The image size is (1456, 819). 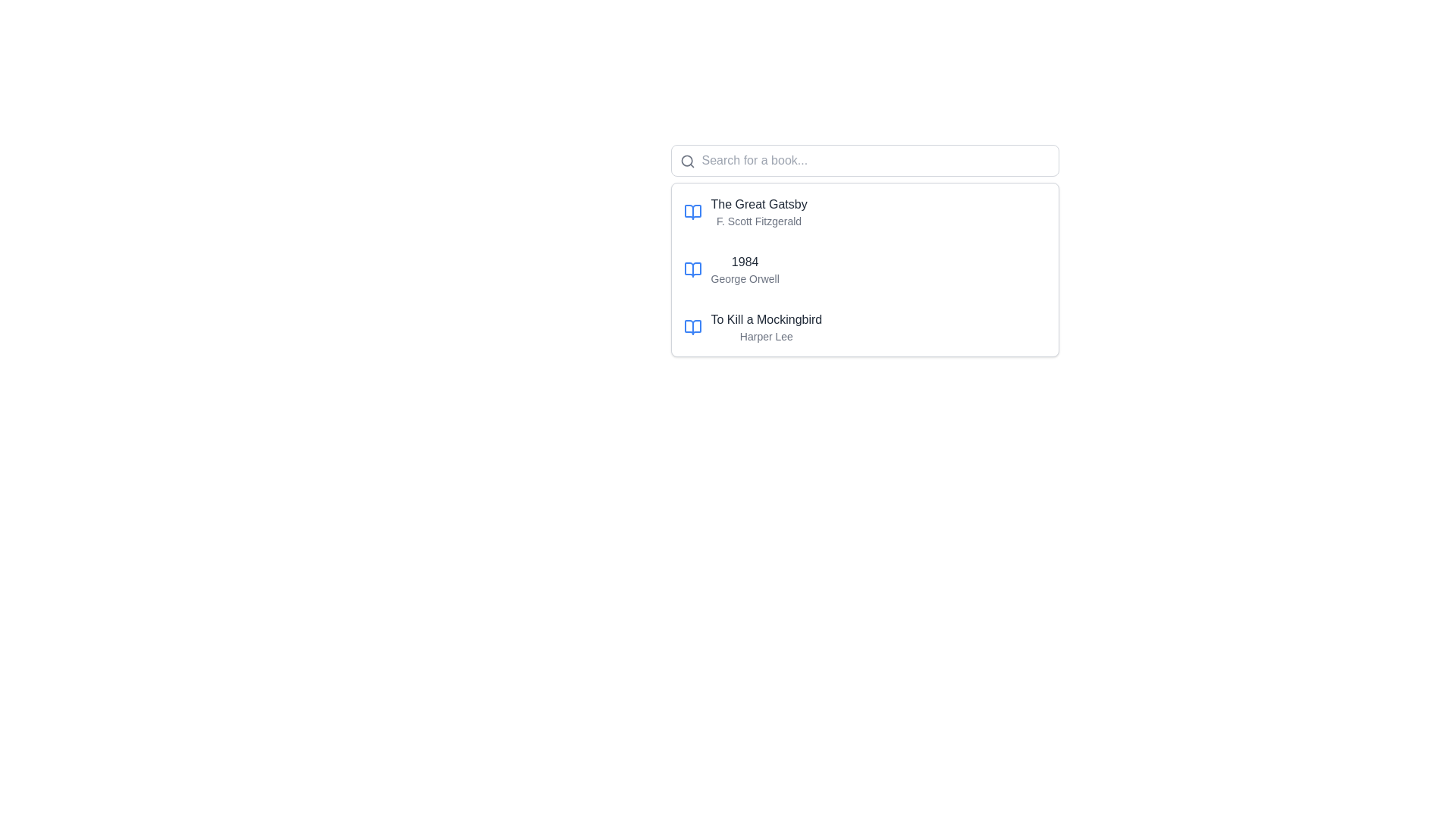 I want to click on the blue book icon associated with the title '1984' and the author 'George Orwell' to associate it with its row content, so click(x=692, y=268).